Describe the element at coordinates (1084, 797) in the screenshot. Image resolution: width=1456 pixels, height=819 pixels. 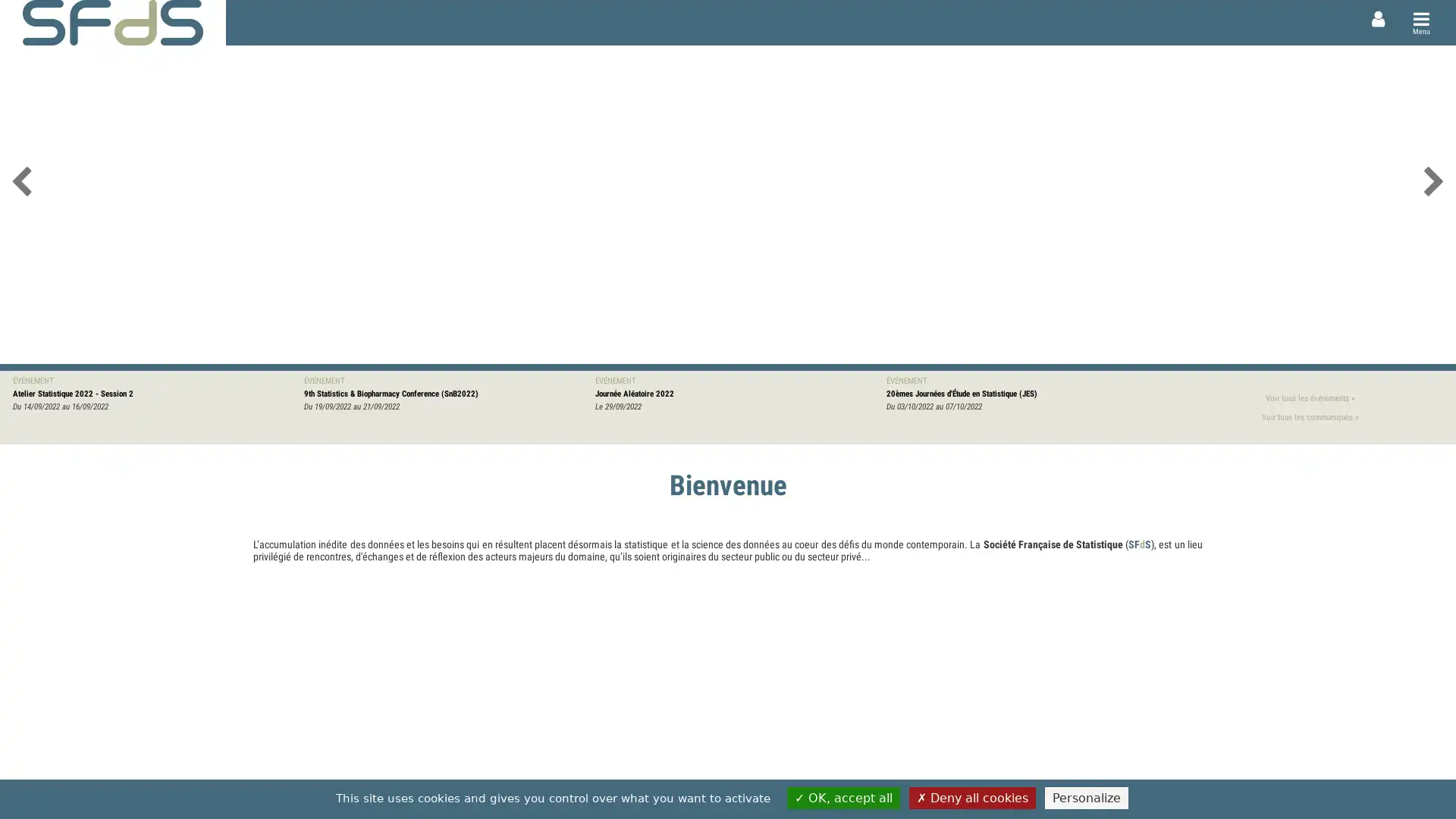
I see `Personalize (modal window)` at that location.